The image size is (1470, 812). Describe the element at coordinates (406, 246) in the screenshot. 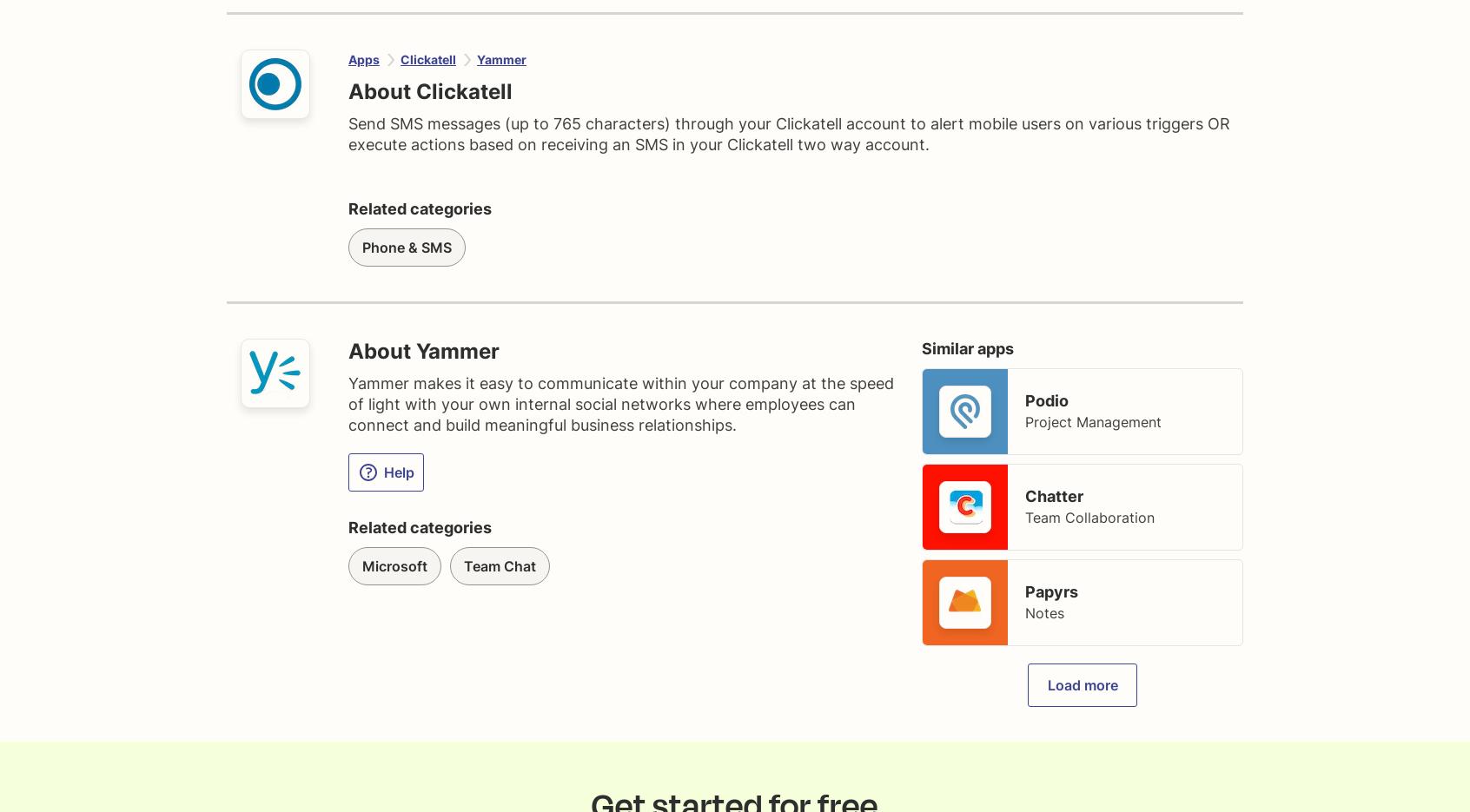

I see `'Phone & SMS'` at that location.